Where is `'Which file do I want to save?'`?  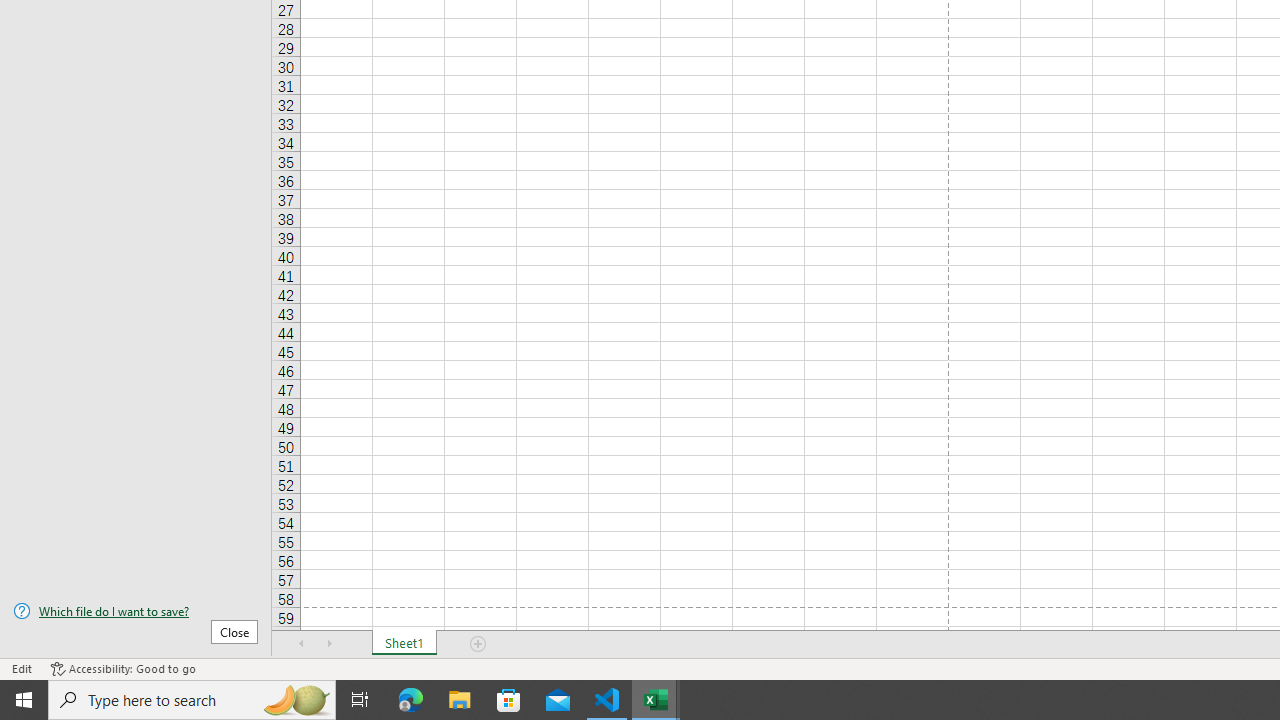 'Which file do I want to save?' is located at coordinates (135, 610).